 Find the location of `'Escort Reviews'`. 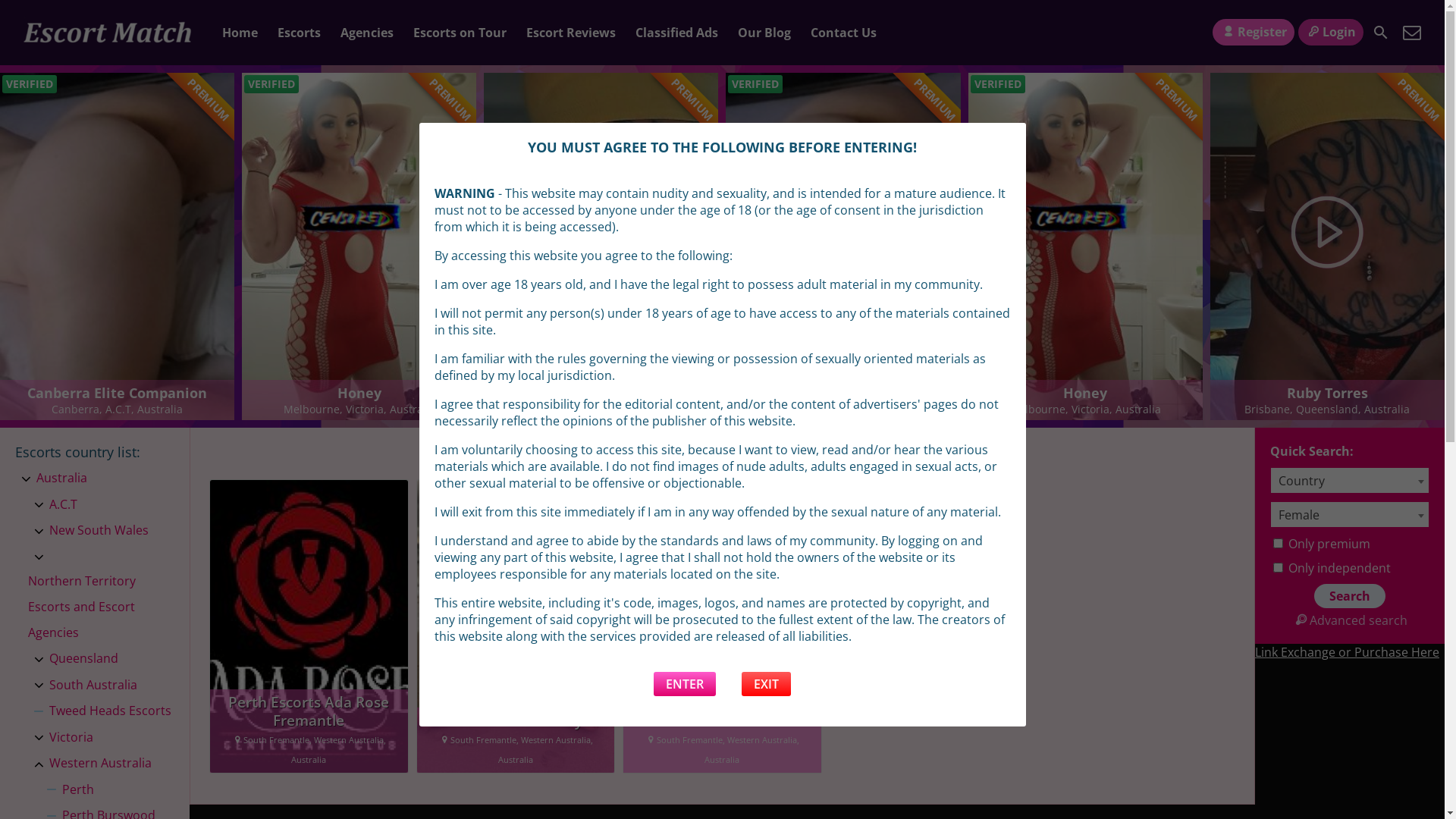

'Escort Reviews' is located at coordinates (570, 33).